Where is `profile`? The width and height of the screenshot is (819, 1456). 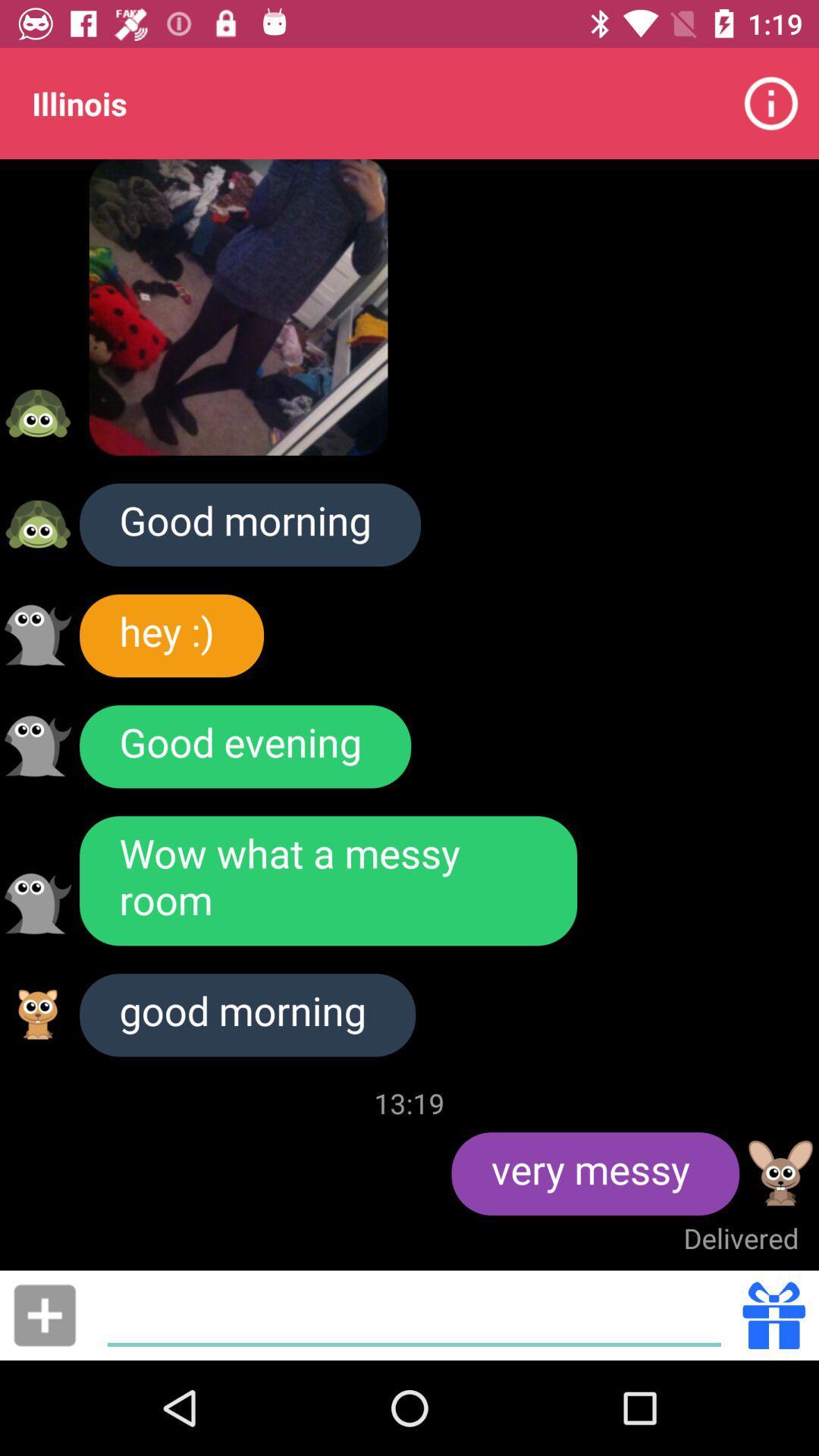 profile is located at coordinates (780, 1172).